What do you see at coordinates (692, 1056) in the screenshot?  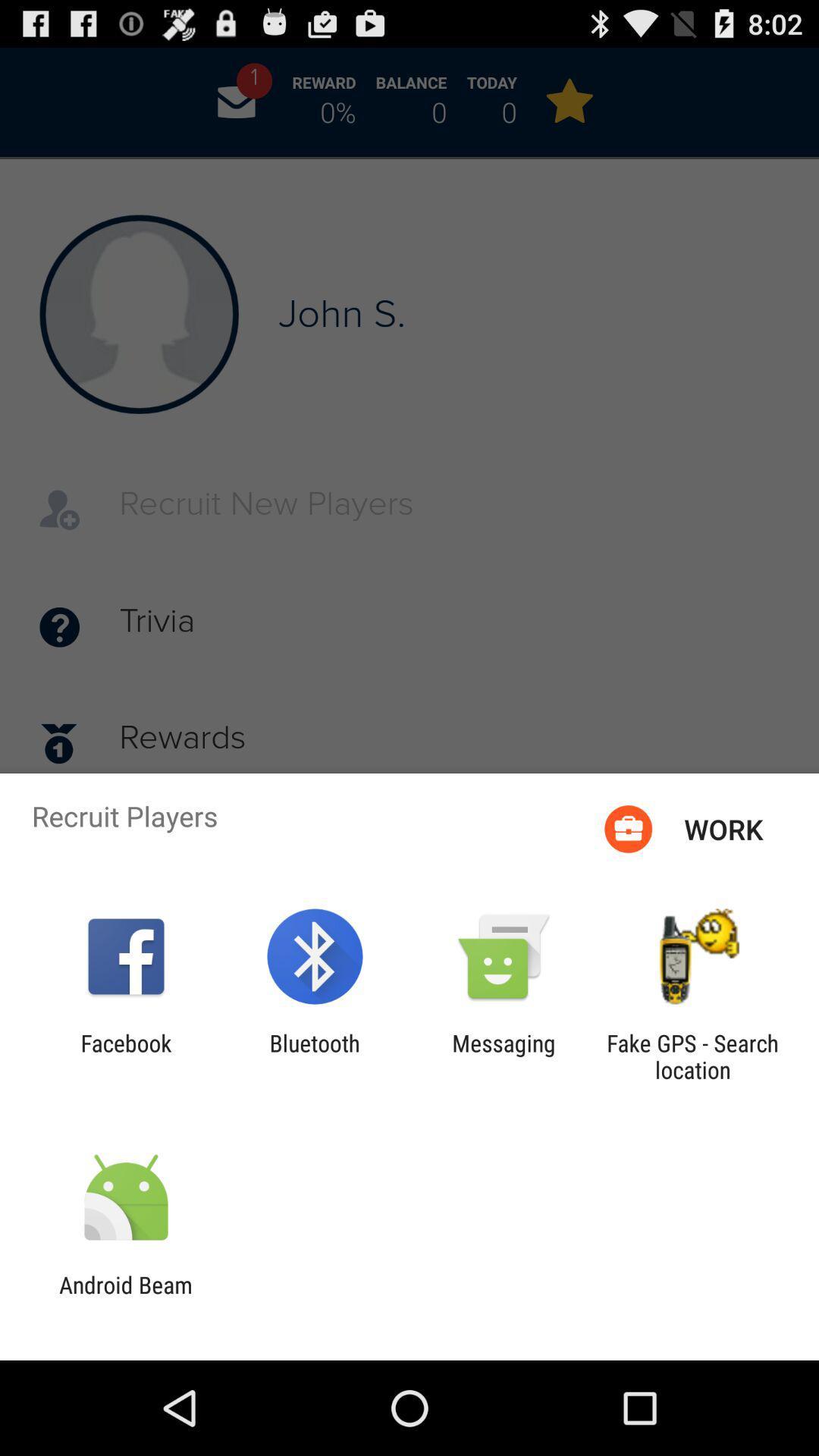 I see `the item at the bottom right corner` at bounding box center [692, 1056].